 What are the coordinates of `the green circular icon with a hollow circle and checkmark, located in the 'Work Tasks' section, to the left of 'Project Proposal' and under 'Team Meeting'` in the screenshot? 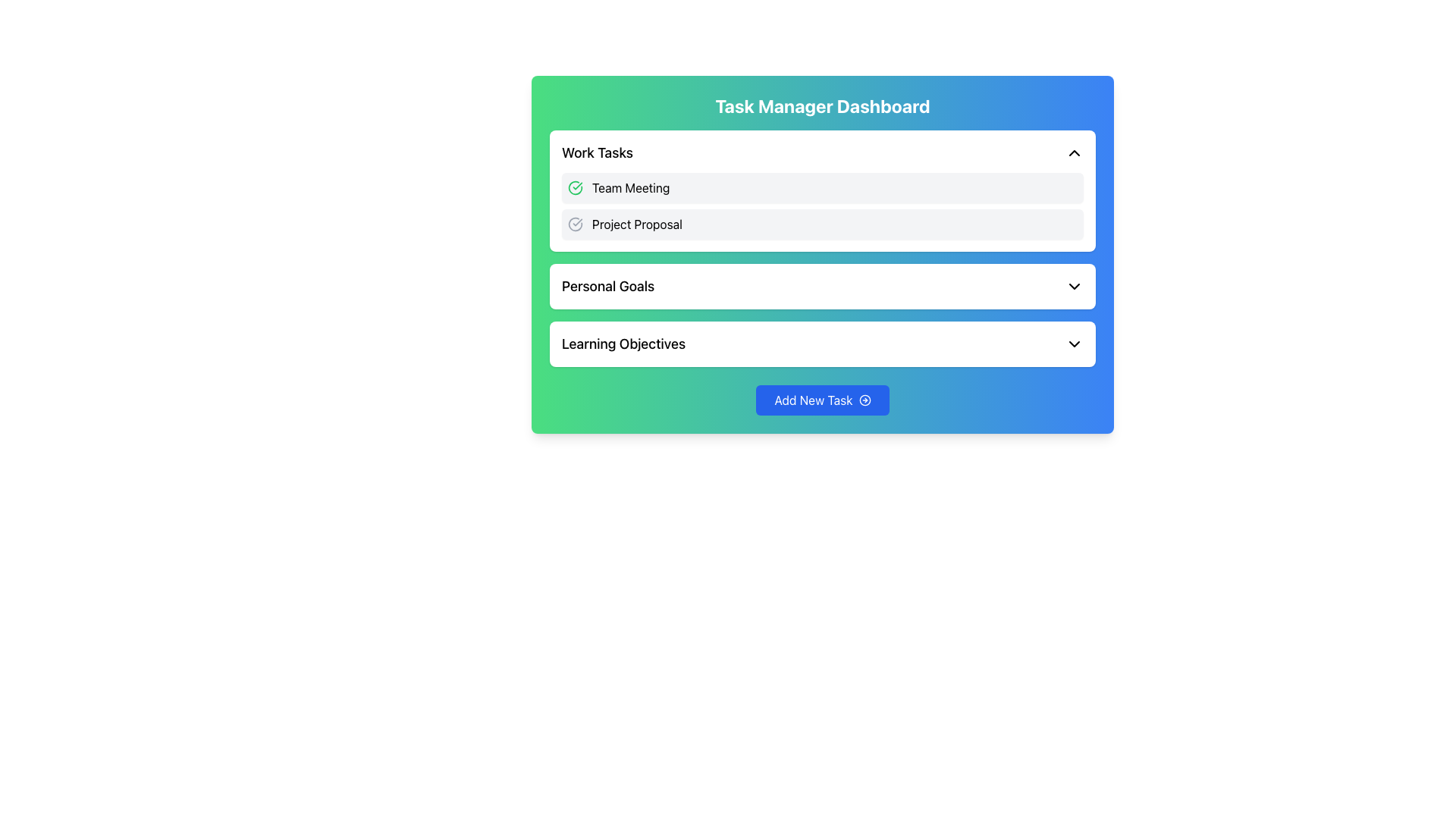 It's located at (574, 187).